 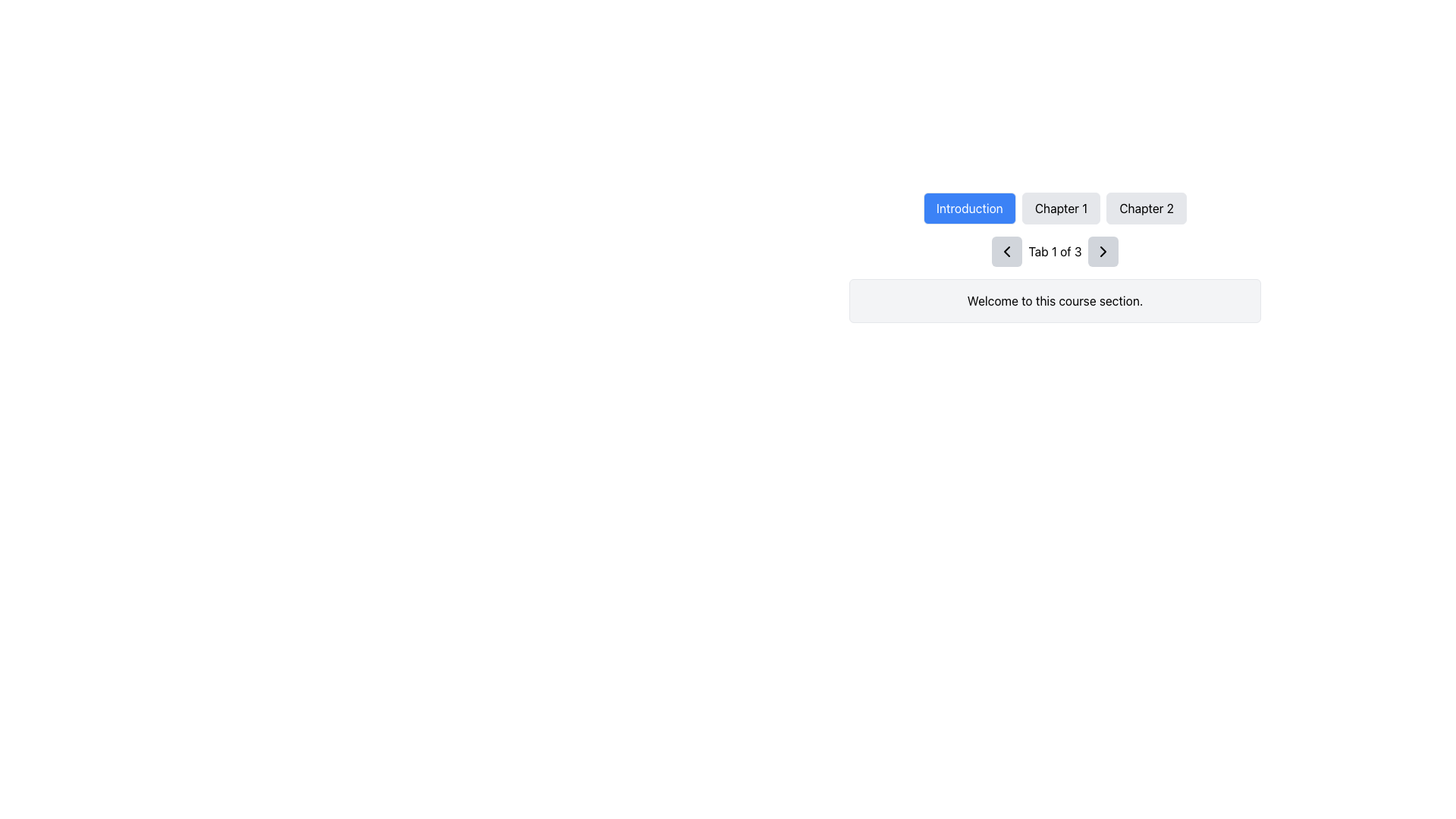 I want to click on the rounded rectangular button with a gray background and a rightward arrow icon, so click(x=1103, y=250).